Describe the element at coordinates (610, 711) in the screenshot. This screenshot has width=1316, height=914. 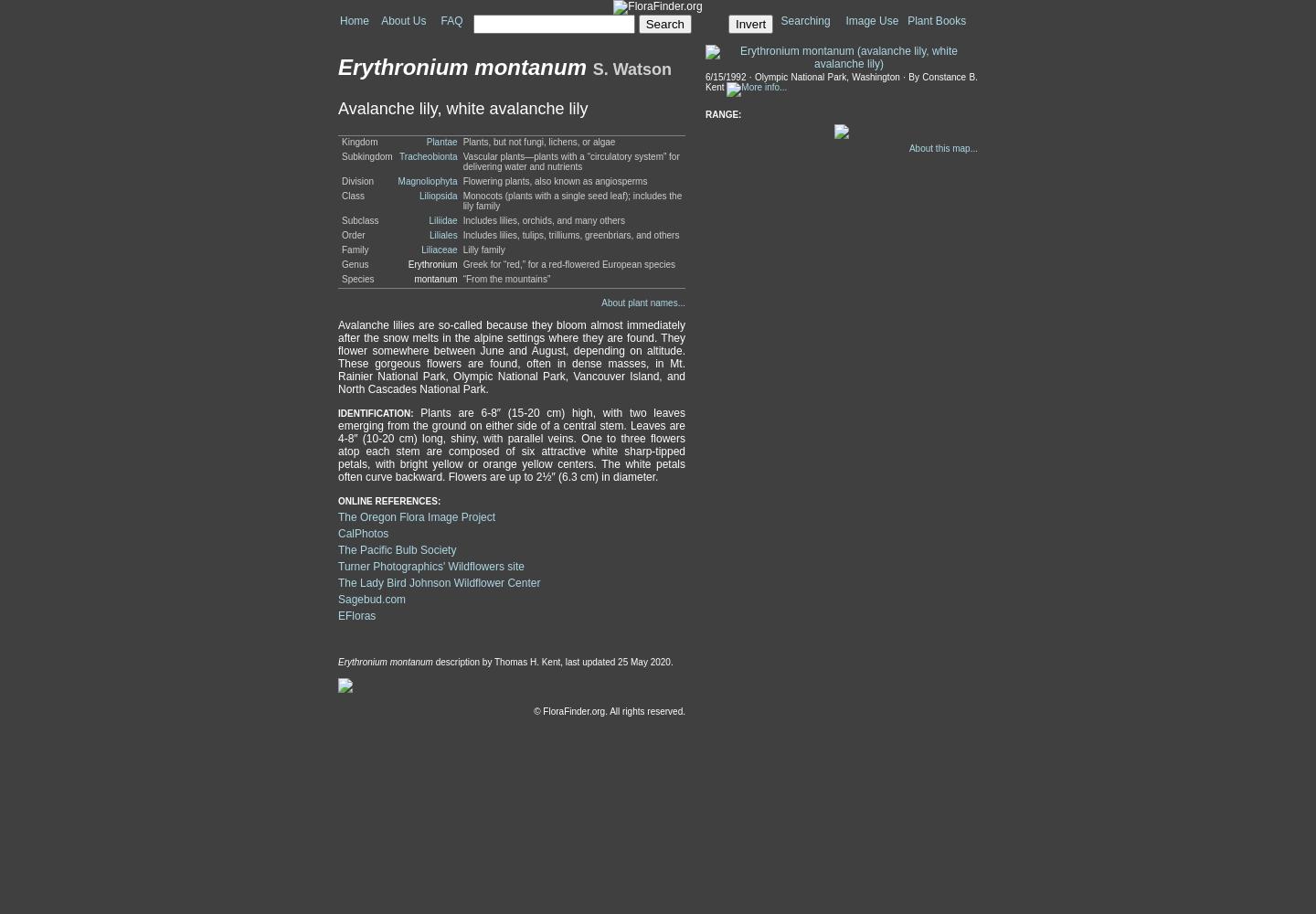
I see `'© FloraFinder.org. All rights reserved.'` at that location.